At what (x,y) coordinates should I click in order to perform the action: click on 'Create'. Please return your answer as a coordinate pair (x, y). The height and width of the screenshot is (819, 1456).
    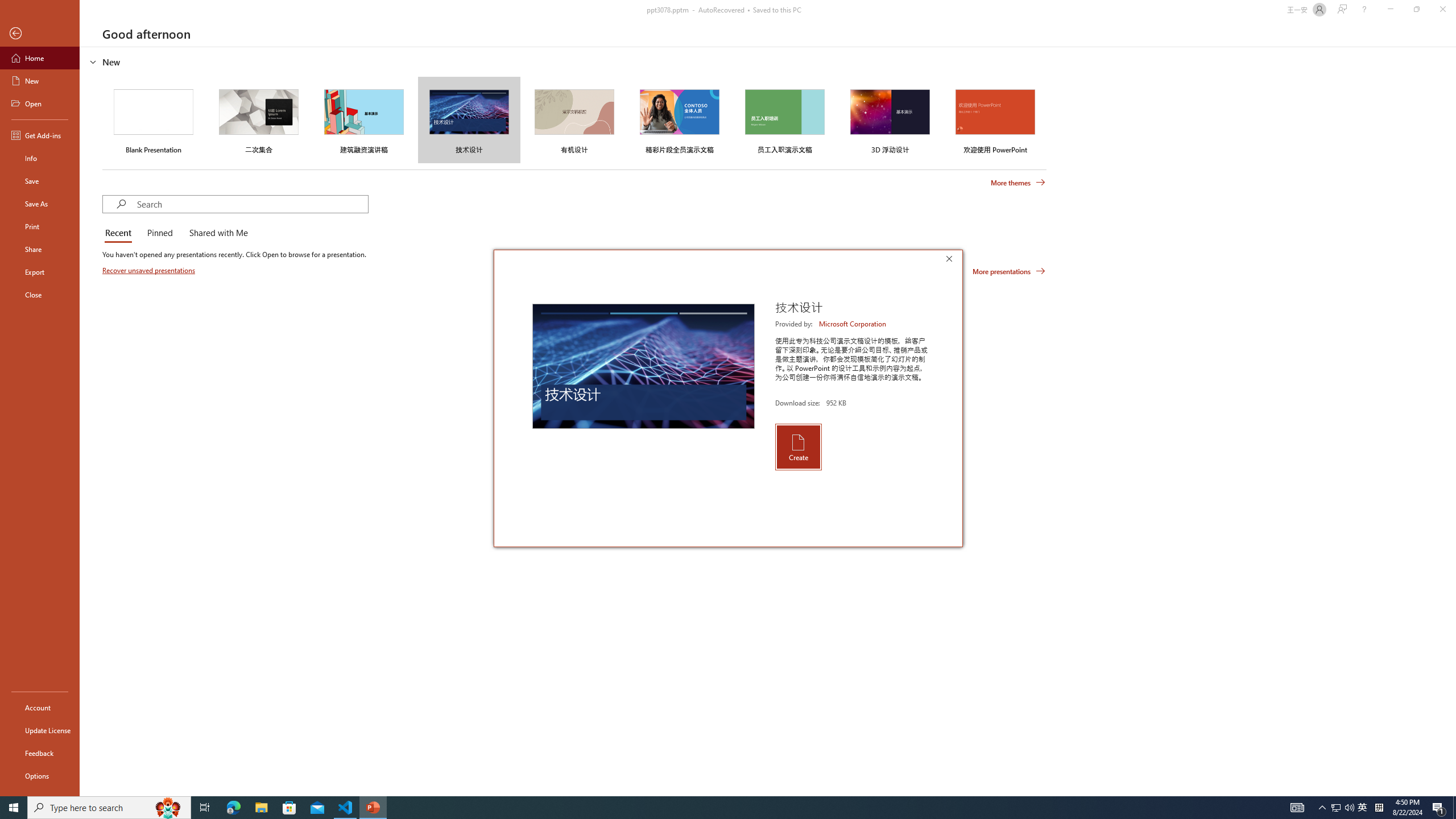
    Looking at the image, I should click on (797, 446).